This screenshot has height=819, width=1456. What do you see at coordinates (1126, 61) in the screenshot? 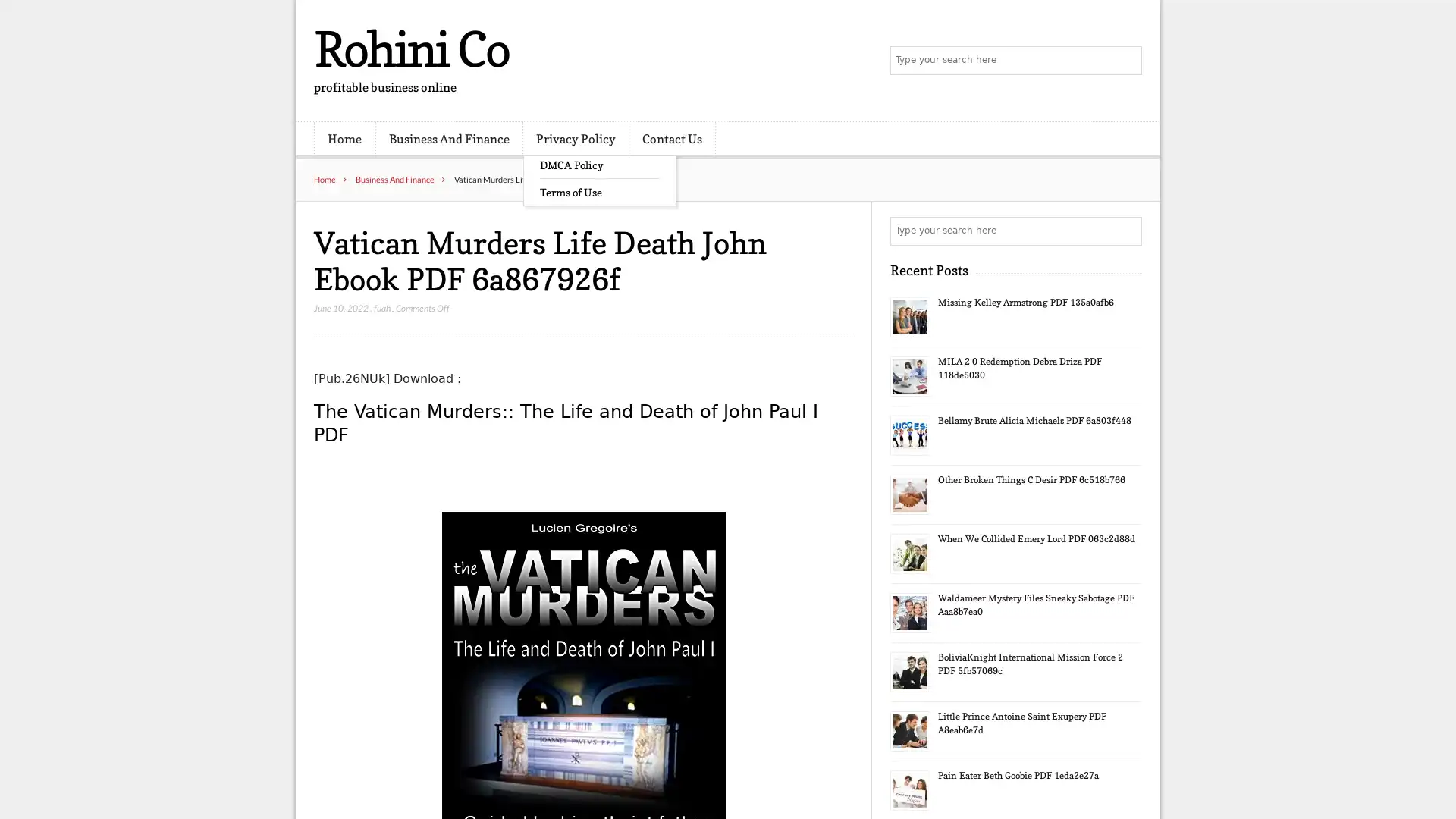
I see `Search` at bounding box center [1126, 61].